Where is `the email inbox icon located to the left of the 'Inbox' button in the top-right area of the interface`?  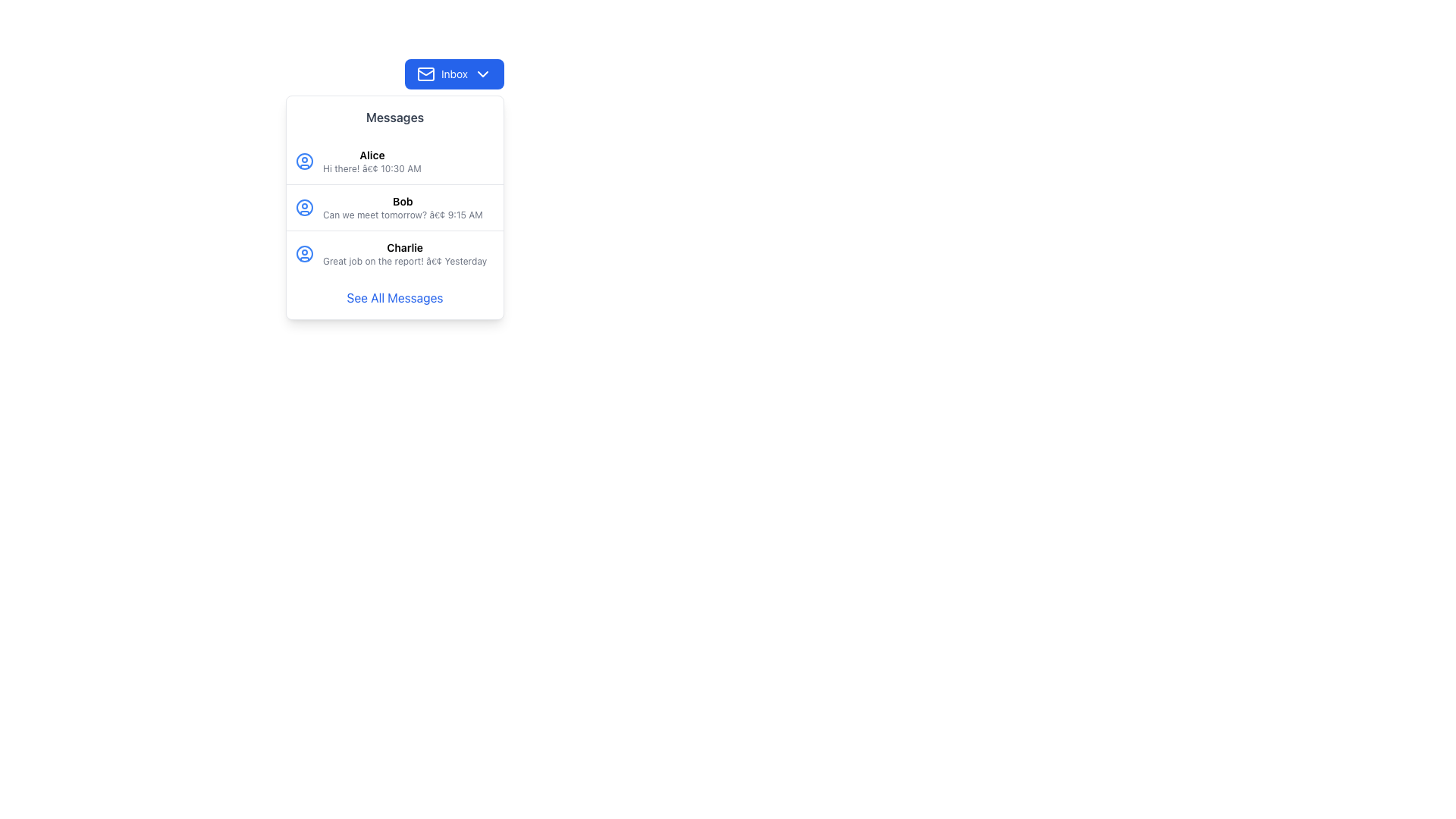
the email inbox icon located to the left of the 'Inbox' button in the top-right area of the interface is located at coordinates (425, 74).